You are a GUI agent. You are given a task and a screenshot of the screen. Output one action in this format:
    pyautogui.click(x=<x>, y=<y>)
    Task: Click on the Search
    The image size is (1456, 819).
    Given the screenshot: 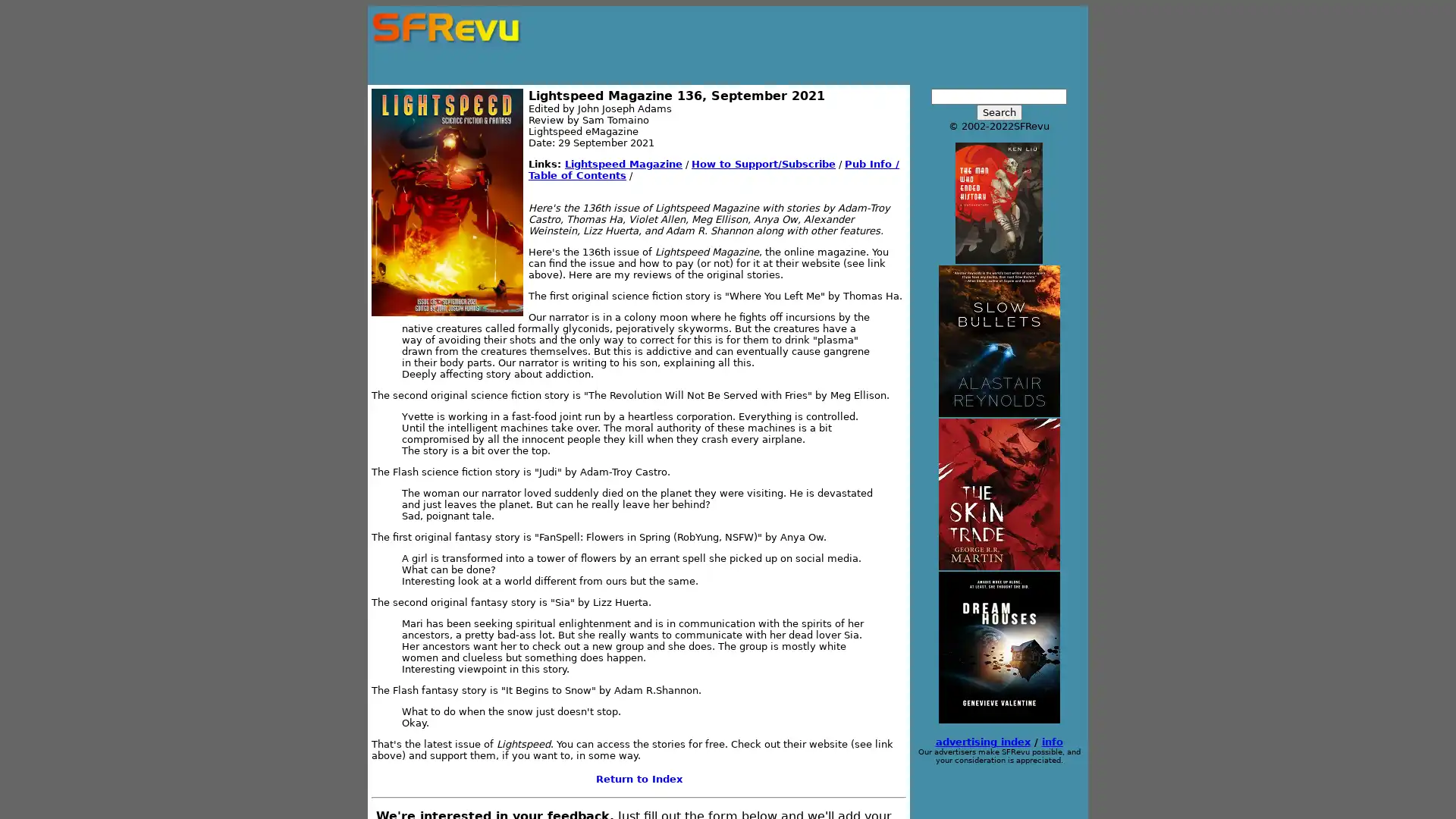 What is the action you would take?
    pyautogui.click(x=998, y=111)
    